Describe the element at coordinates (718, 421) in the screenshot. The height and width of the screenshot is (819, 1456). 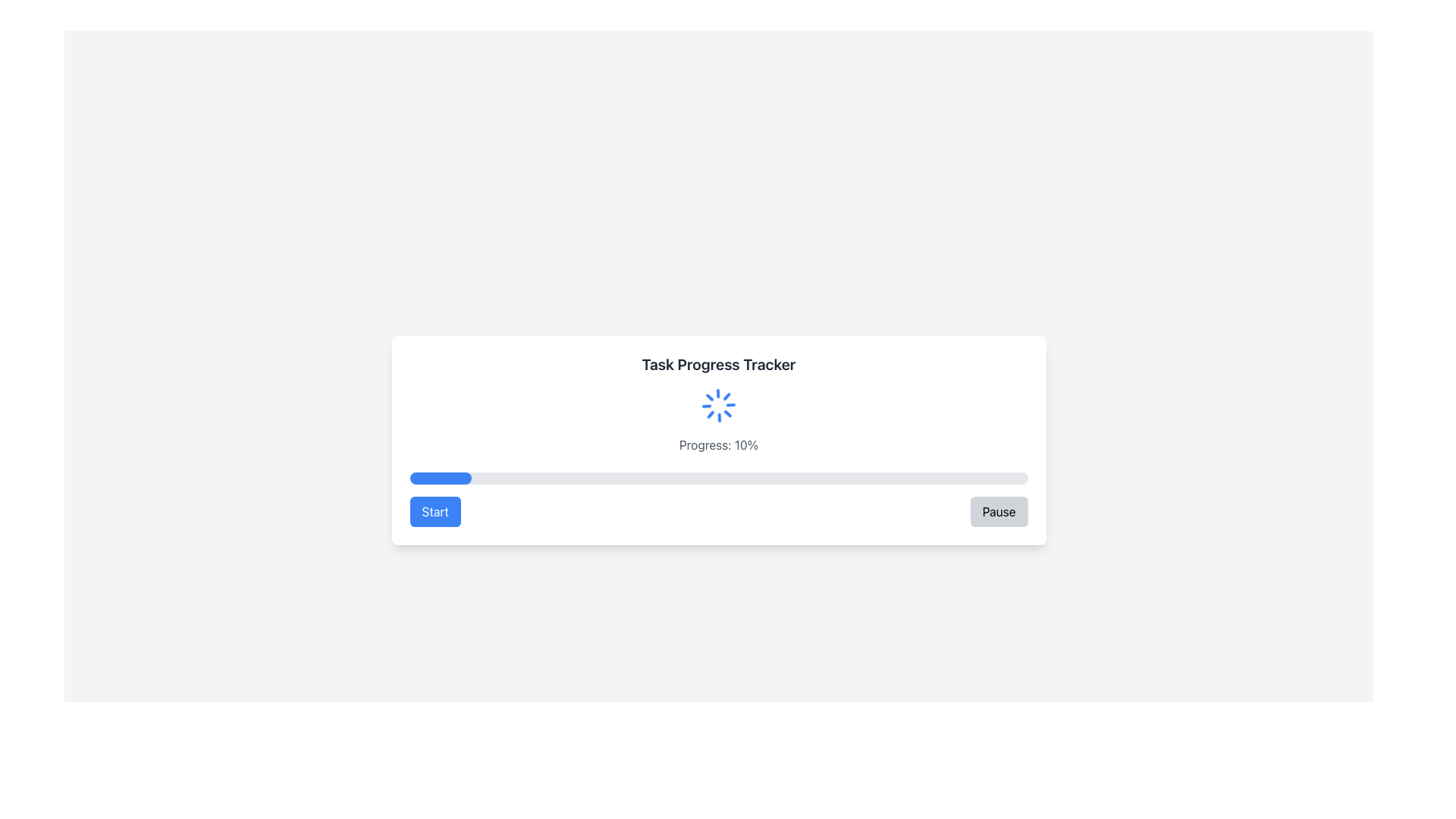
I see `the spinning loader component and the static text label indicating the progress state located below the heading 'Task Progress Tracker'` at that location.